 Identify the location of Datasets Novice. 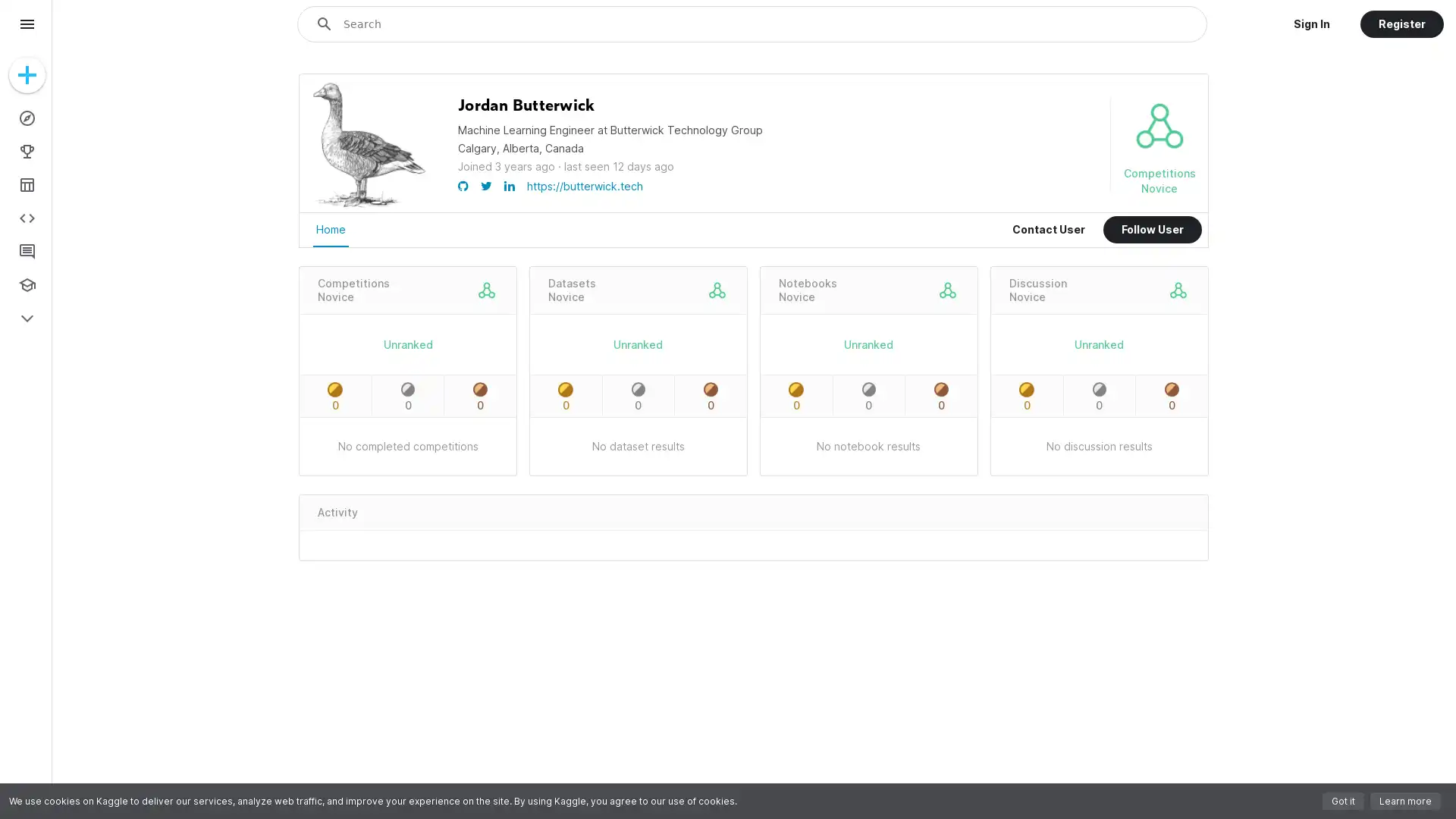
(570, 290).